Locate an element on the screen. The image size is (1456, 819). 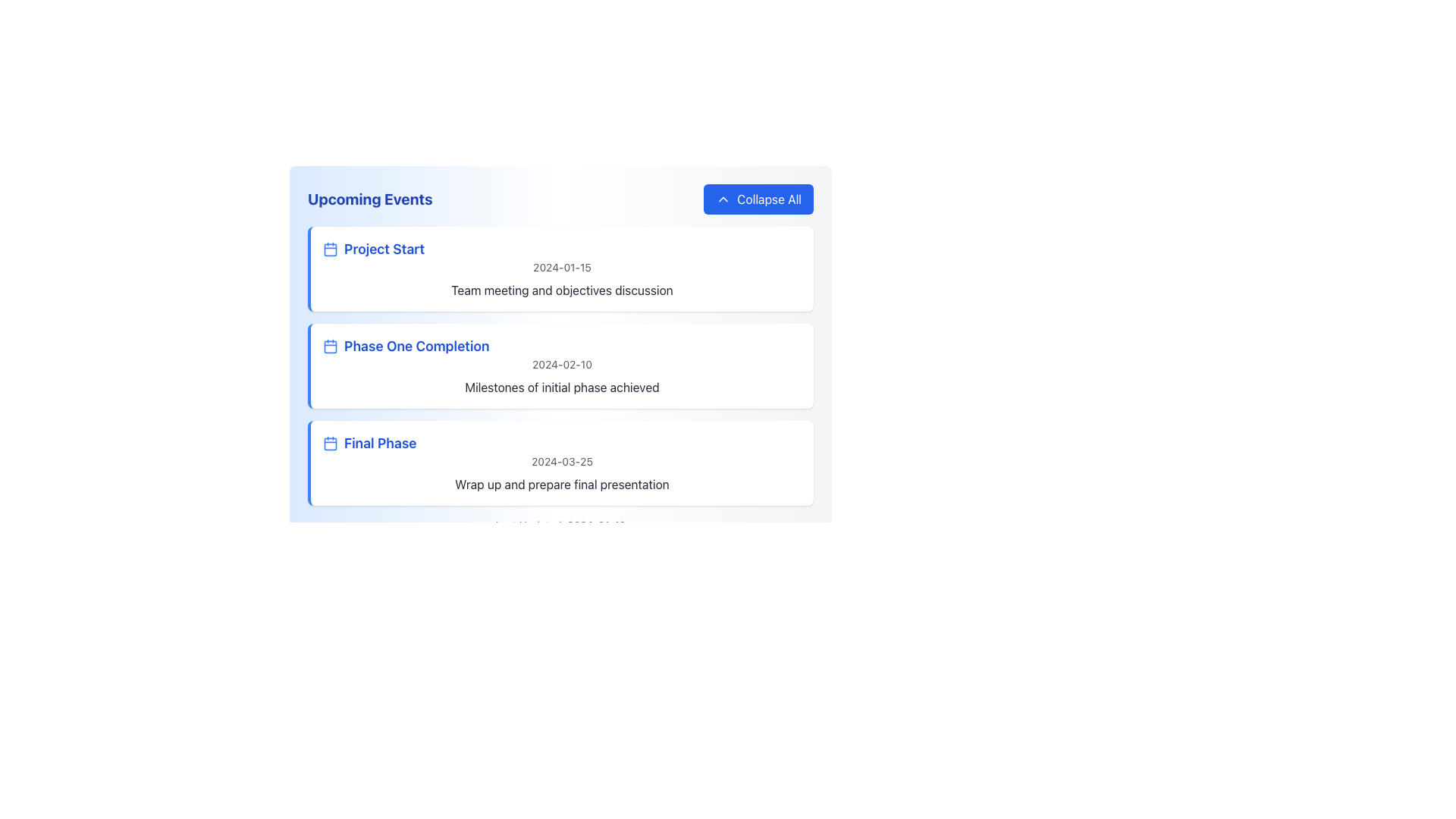
the event card labeled 'Phase One Completion' is located at coordinates (560, 334).